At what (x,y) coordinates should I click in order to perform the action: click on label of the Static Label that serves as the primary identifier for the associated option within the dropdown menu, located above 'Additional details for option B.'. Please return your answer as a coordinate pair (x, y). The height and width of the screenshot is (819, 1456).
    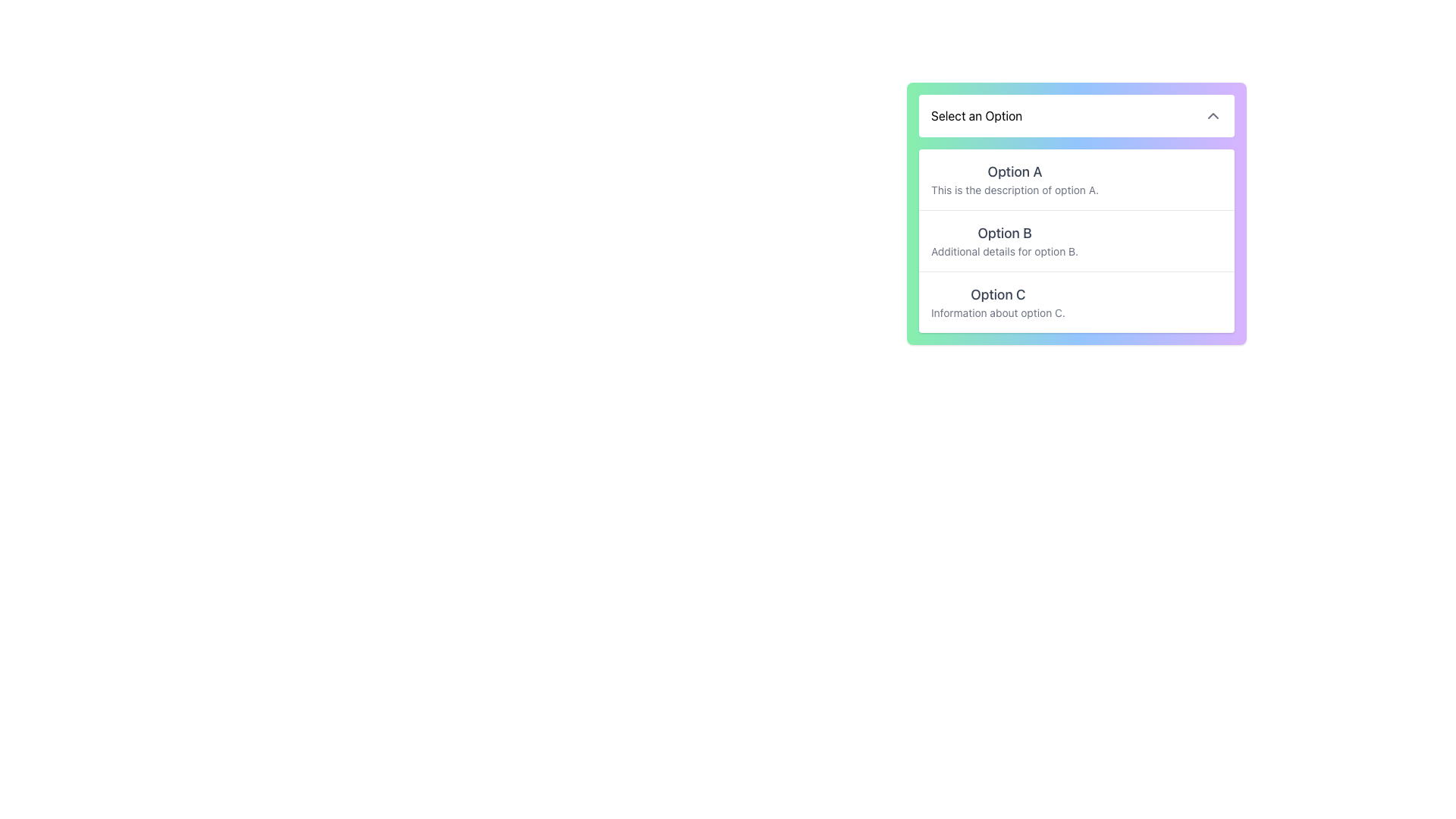
    Looking at the image, I should click on (1004, 234).